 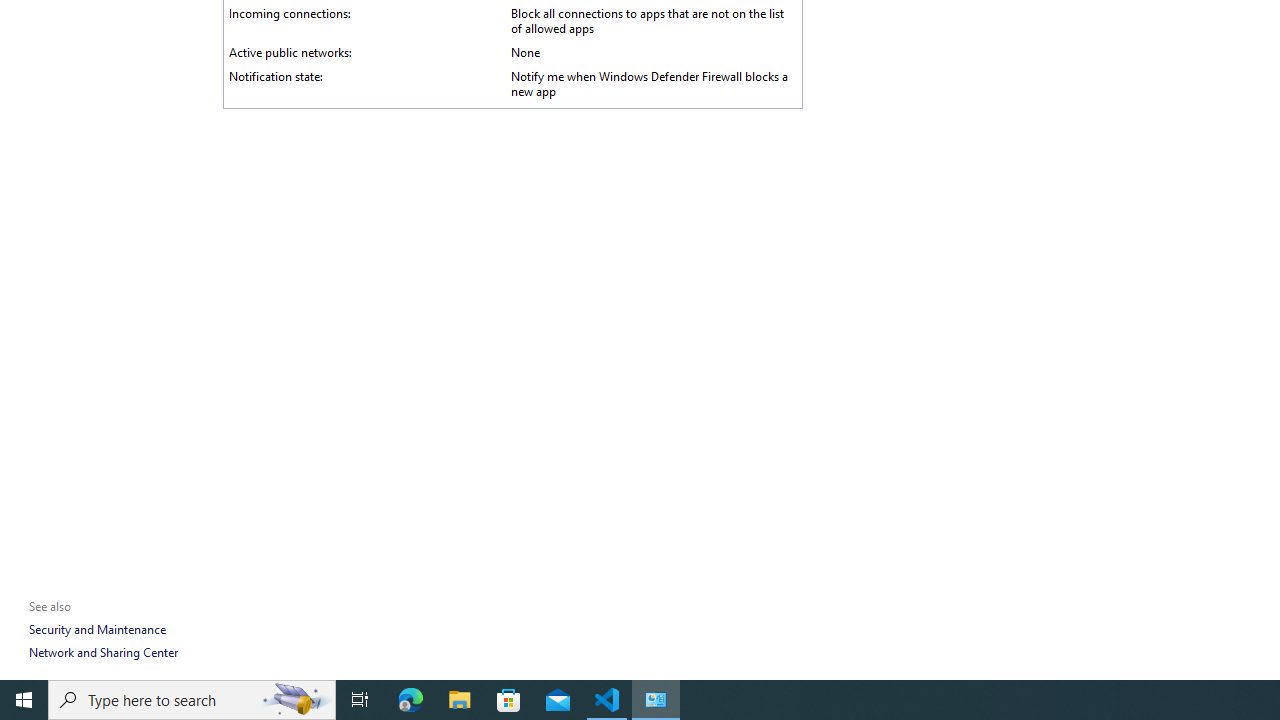 I want to click on 'Task View', so click(x=359, y=698).